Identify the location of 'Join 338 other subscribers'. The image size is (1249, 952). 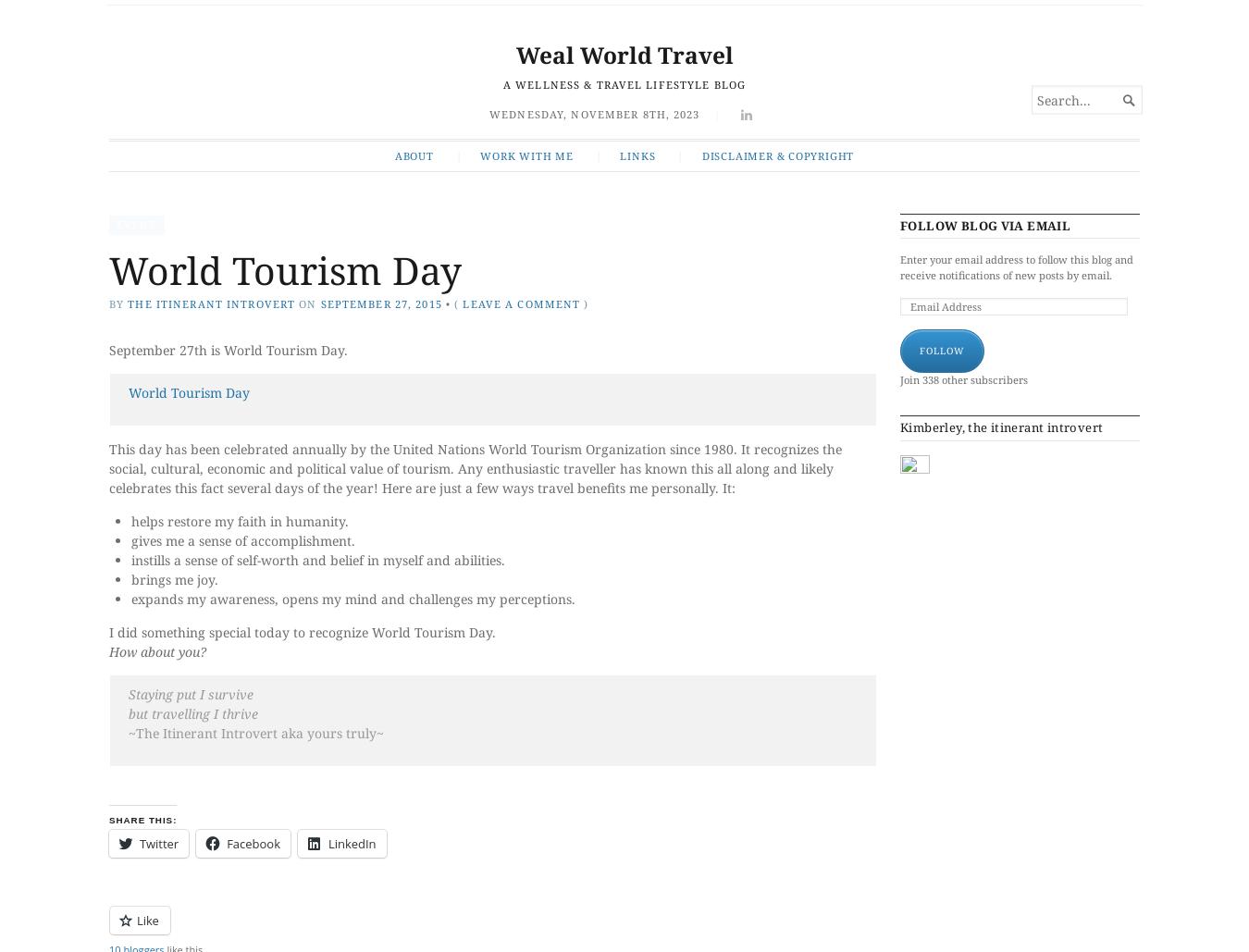
(898, 377).